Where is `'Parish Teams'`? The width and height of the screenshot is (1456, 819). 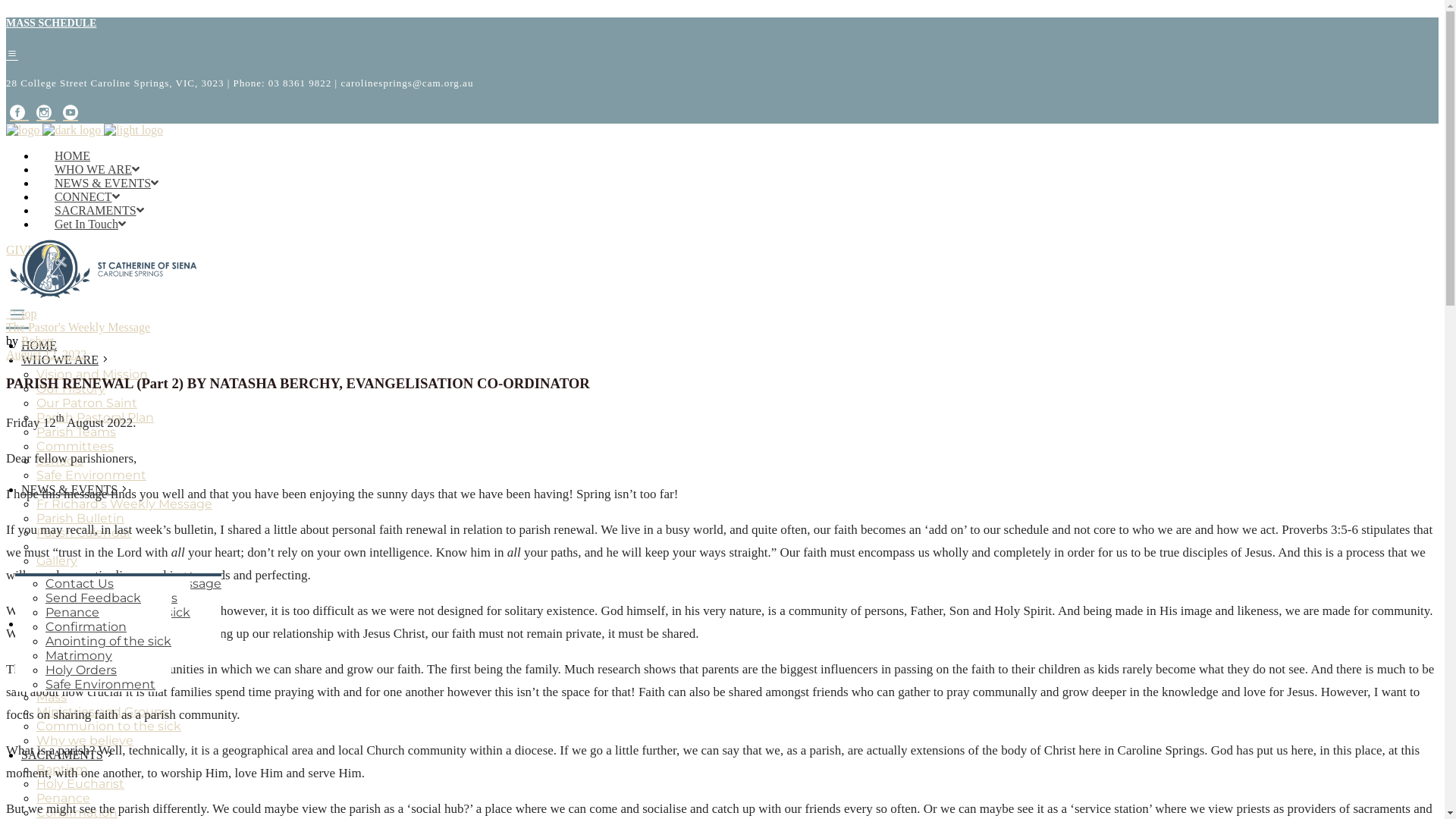
'Parish Teams' is located at coordinates (75, 431).